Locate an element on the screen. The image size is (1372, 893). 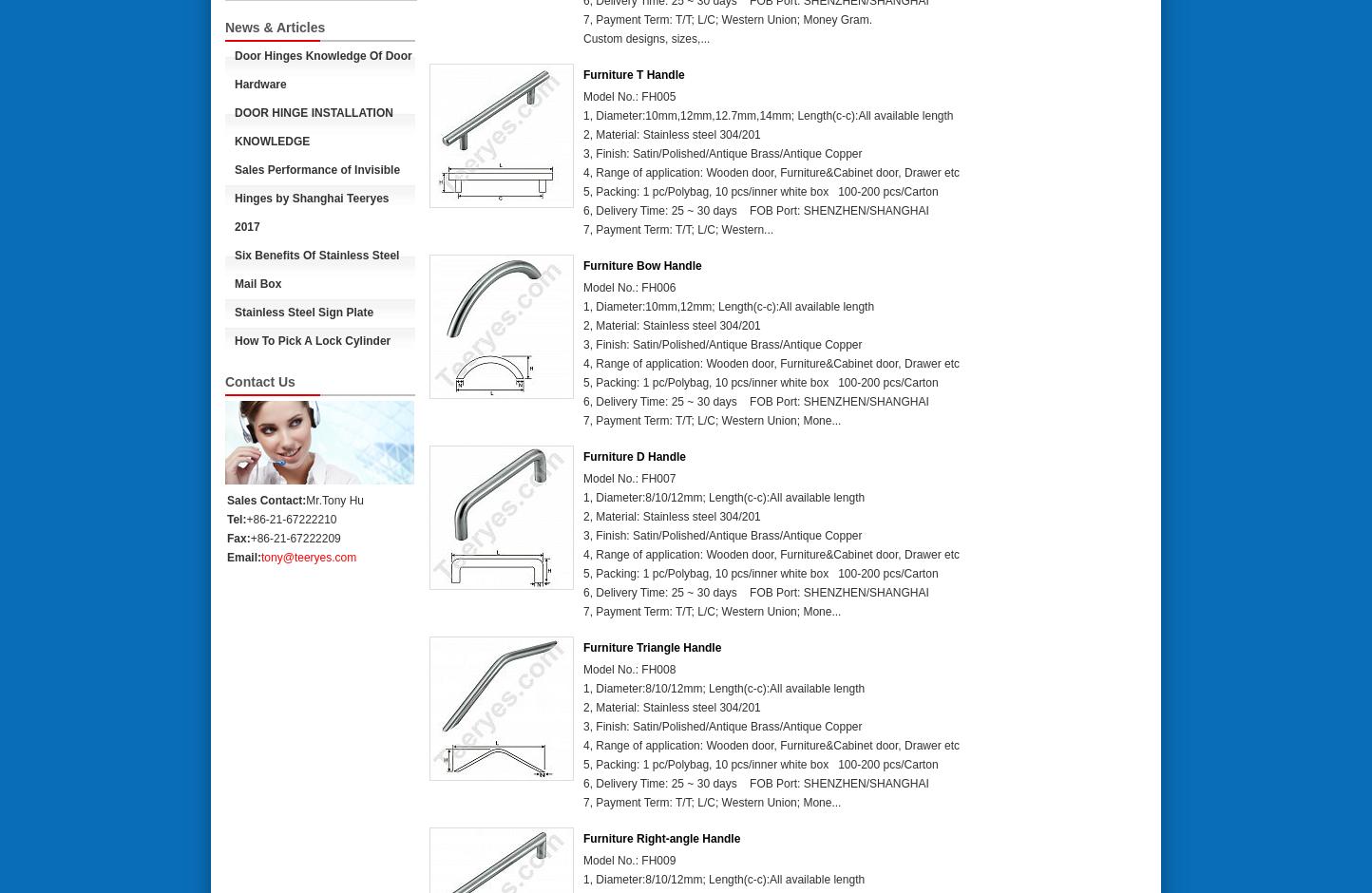
'Fax:' is located at coordinates (238, 539).